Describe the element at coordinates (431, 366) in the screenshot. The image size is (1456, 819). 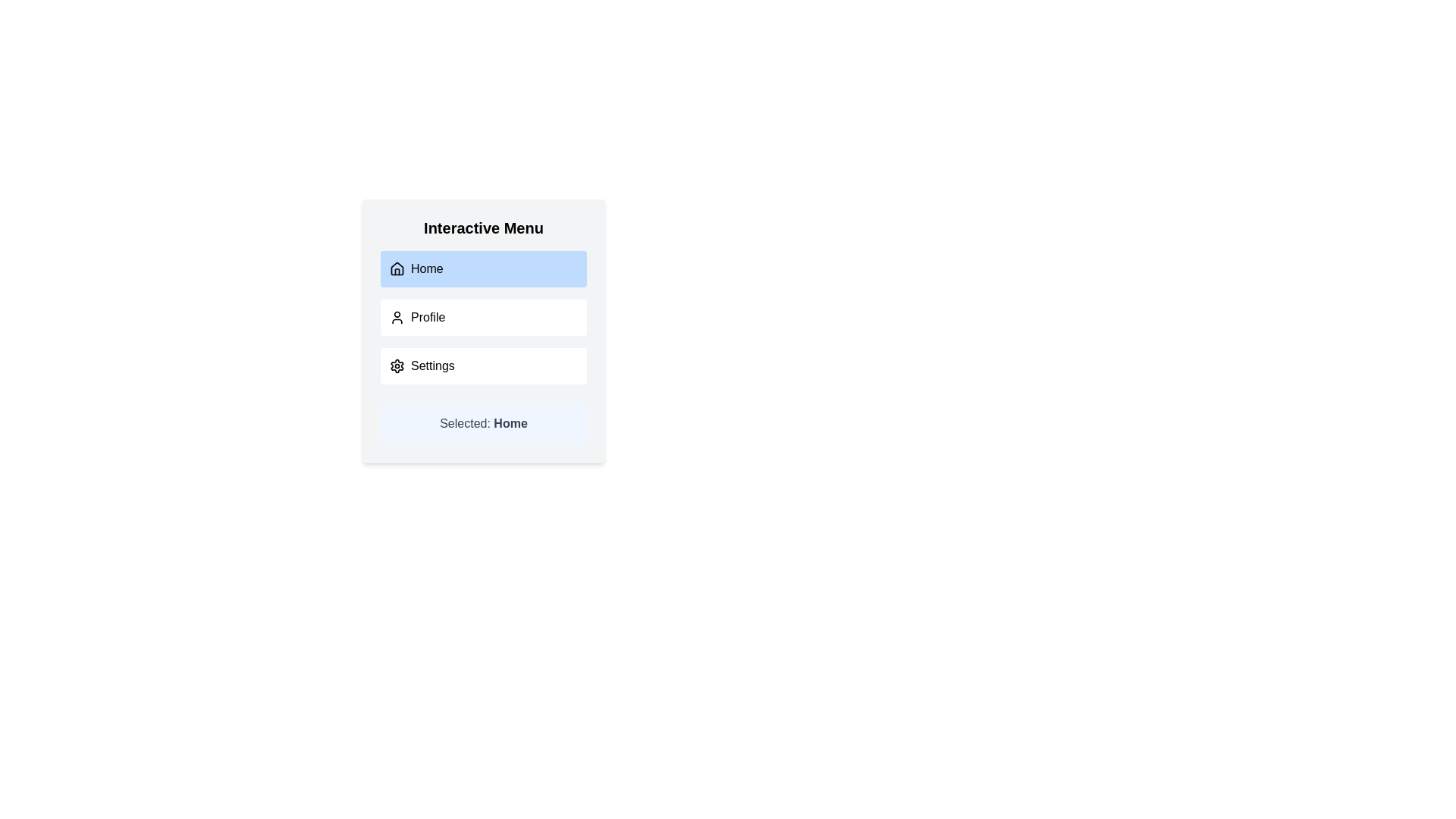
I see `the 'Settings' text label, styled in a sans-serif font, located adjacent to a gear icon` at that location.